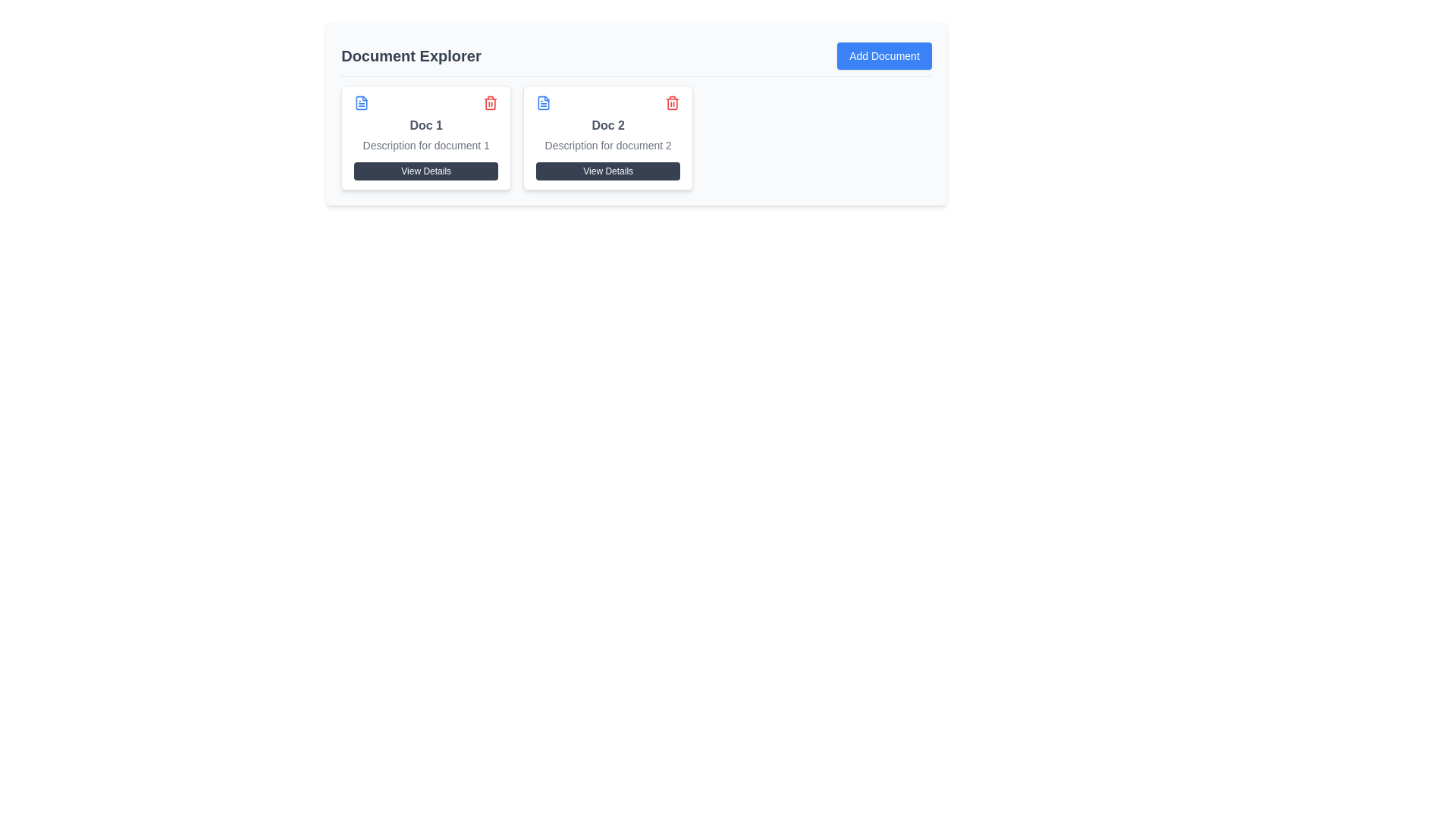 The width and height of the screenshot is (1456, 819). Describe the element at coordinates (884, 55) in the screenshot. I see `the 'Add Document' button located` at that location.